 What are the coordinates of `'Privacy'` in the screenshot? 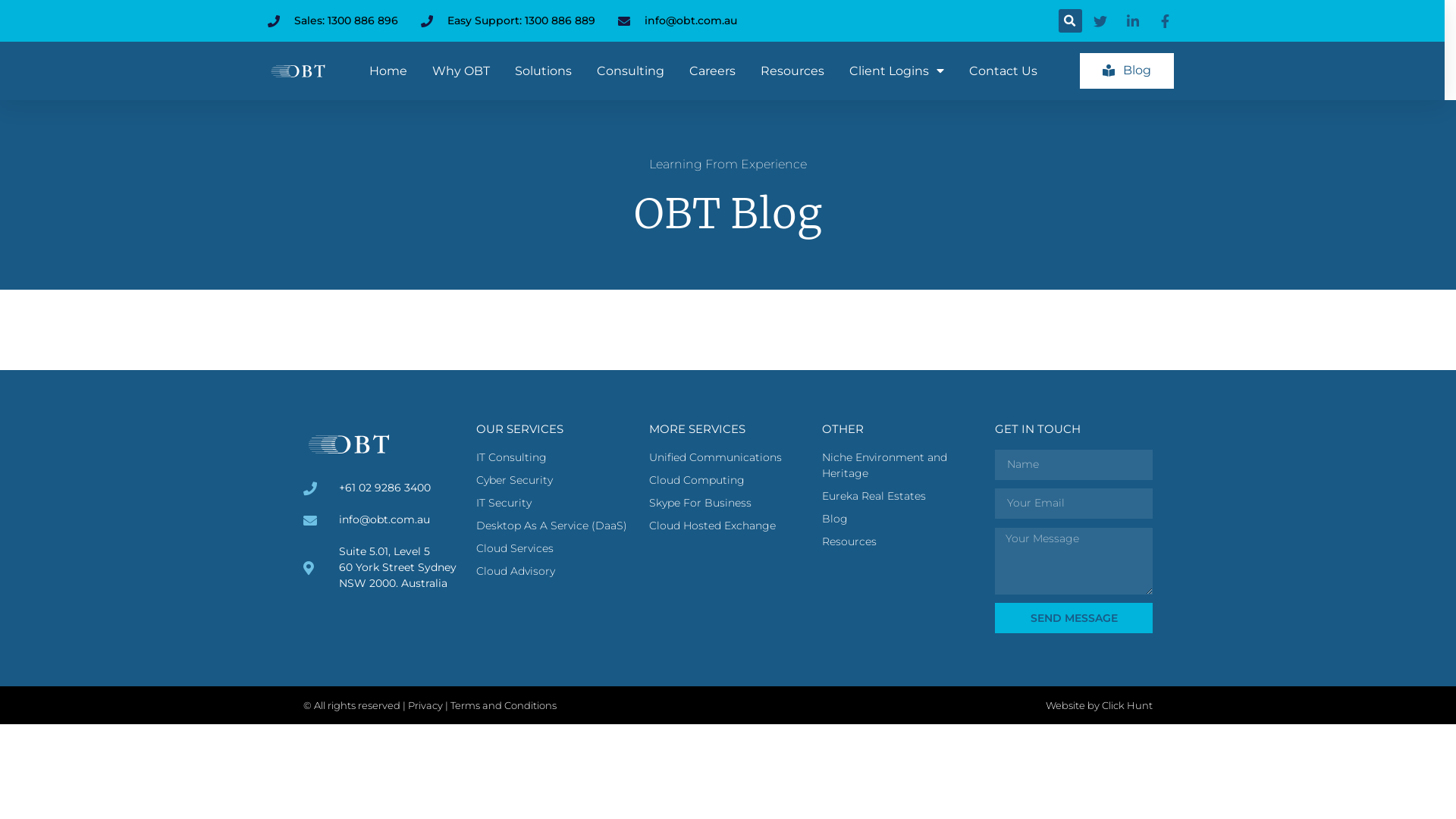 It's located at (425, 704).